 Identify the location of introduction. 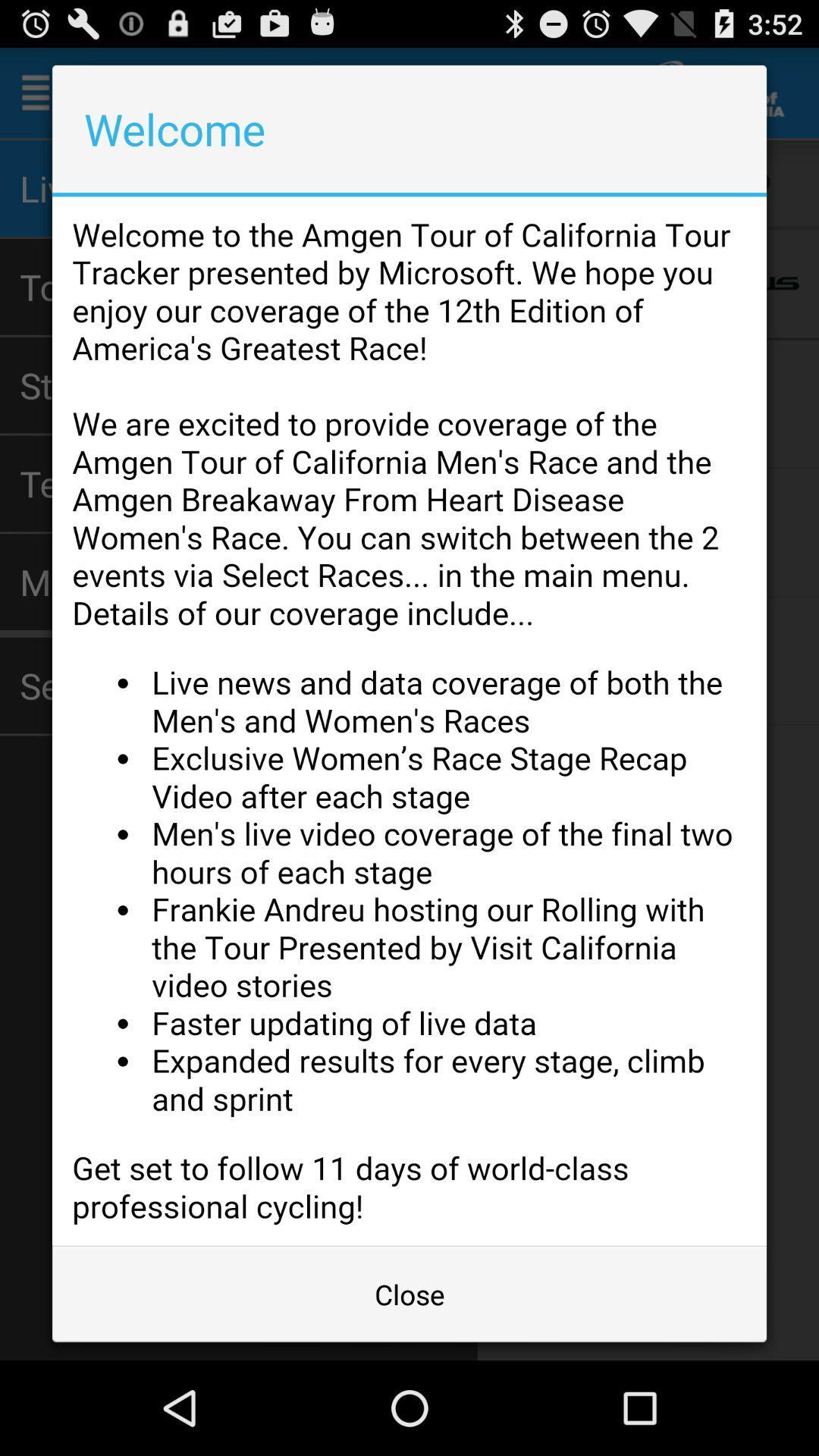
(409, 720).